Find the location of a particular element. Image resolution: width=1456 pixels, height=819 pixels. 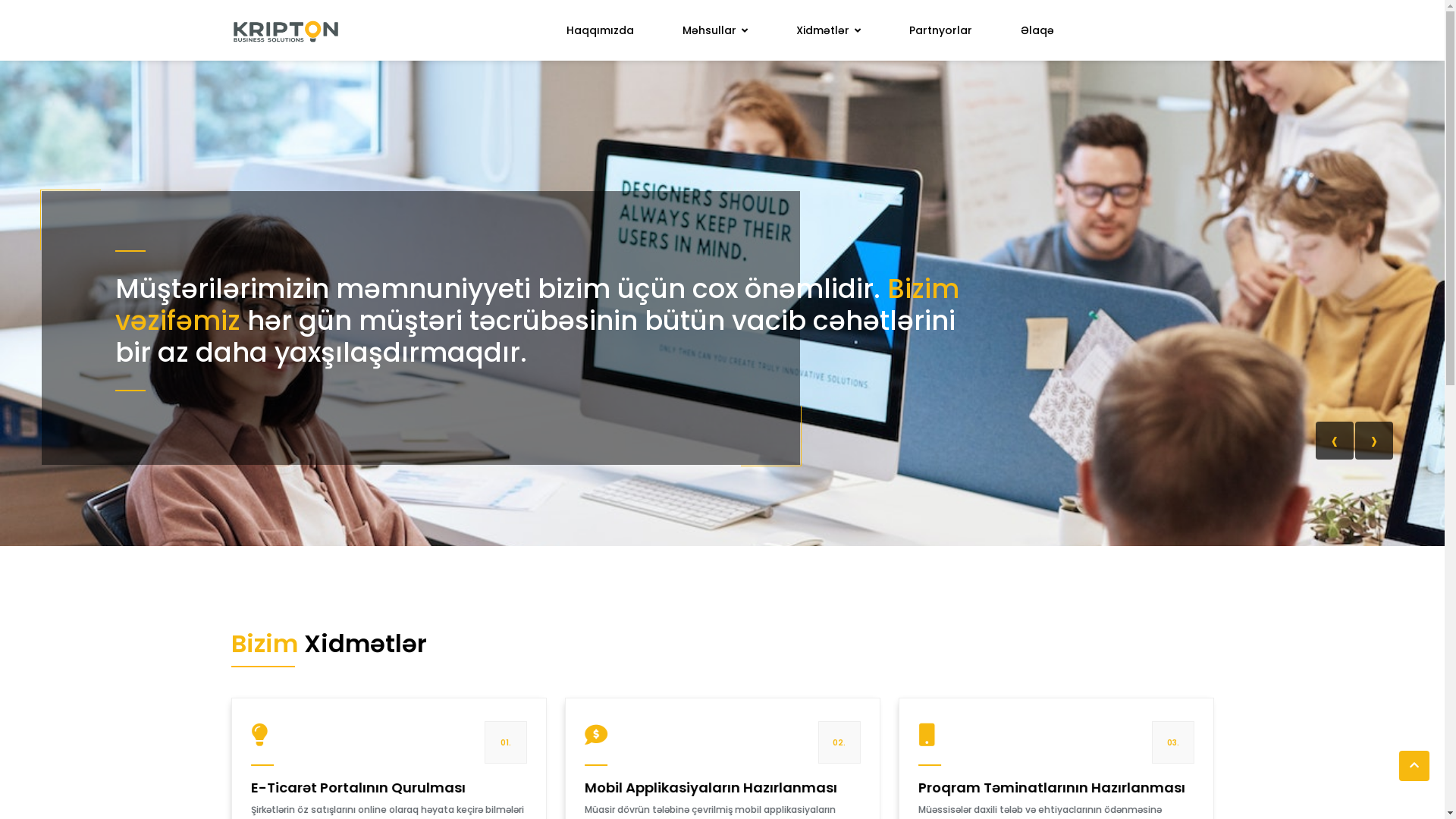

'#' is located at coordinates (1414, 766).